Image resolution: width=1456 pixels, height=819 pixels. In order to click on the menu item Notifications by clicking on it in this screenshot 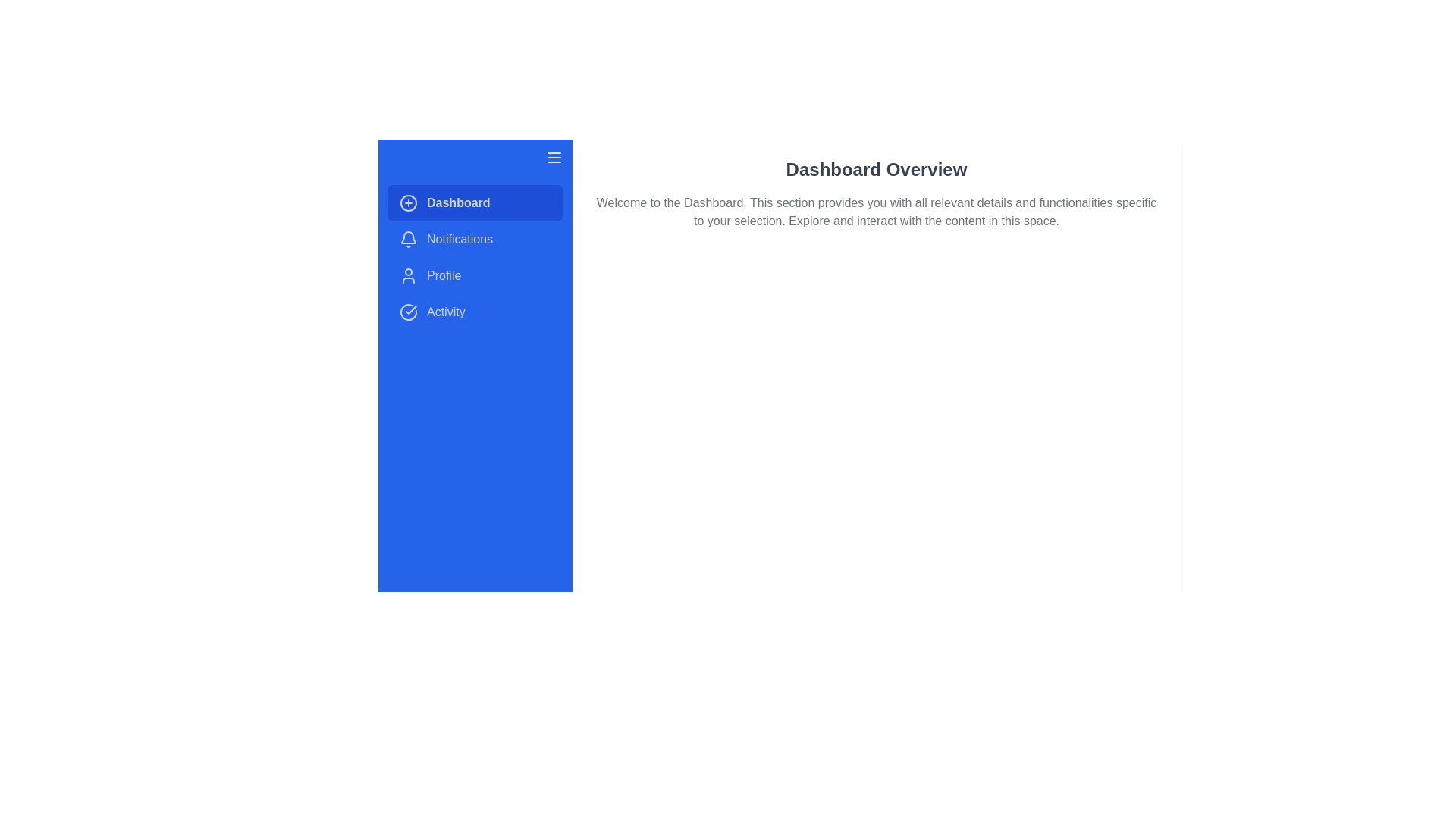, I will do `click(475, 239)`.